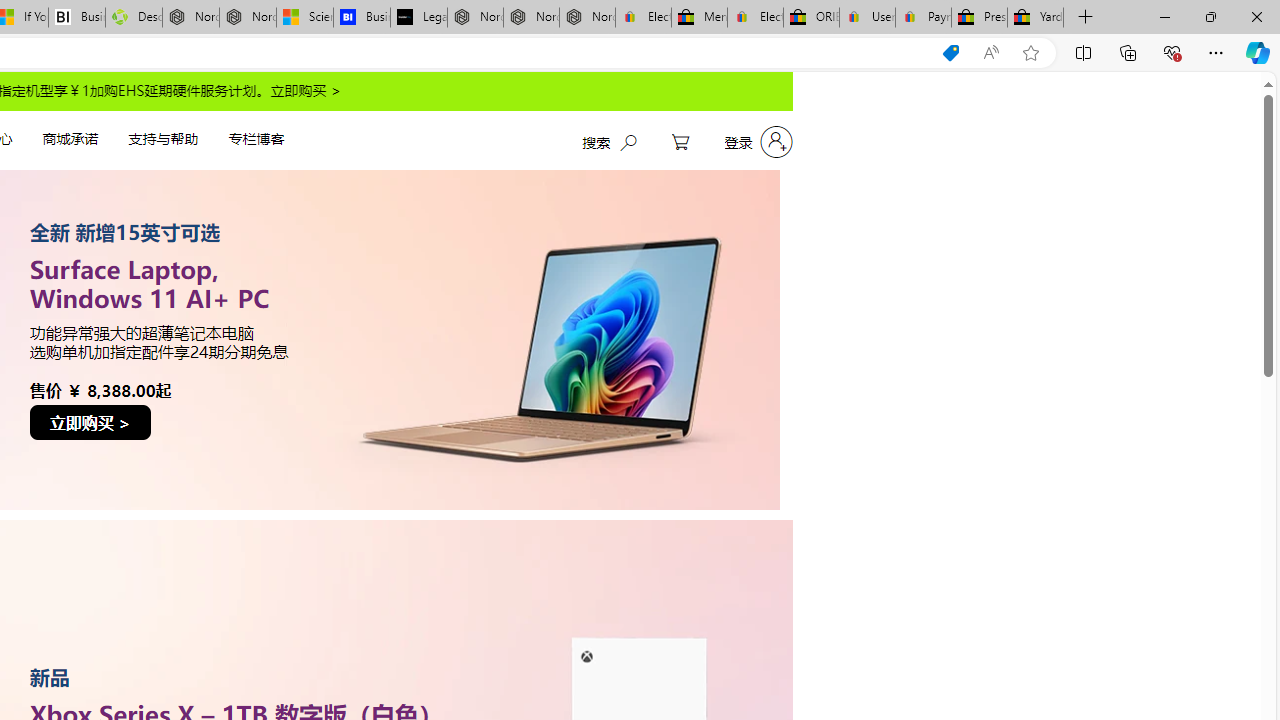 This screenshot has width=1280, height=720. I want to click on 'Press Room - eBay Inc.', so click(979, 17).